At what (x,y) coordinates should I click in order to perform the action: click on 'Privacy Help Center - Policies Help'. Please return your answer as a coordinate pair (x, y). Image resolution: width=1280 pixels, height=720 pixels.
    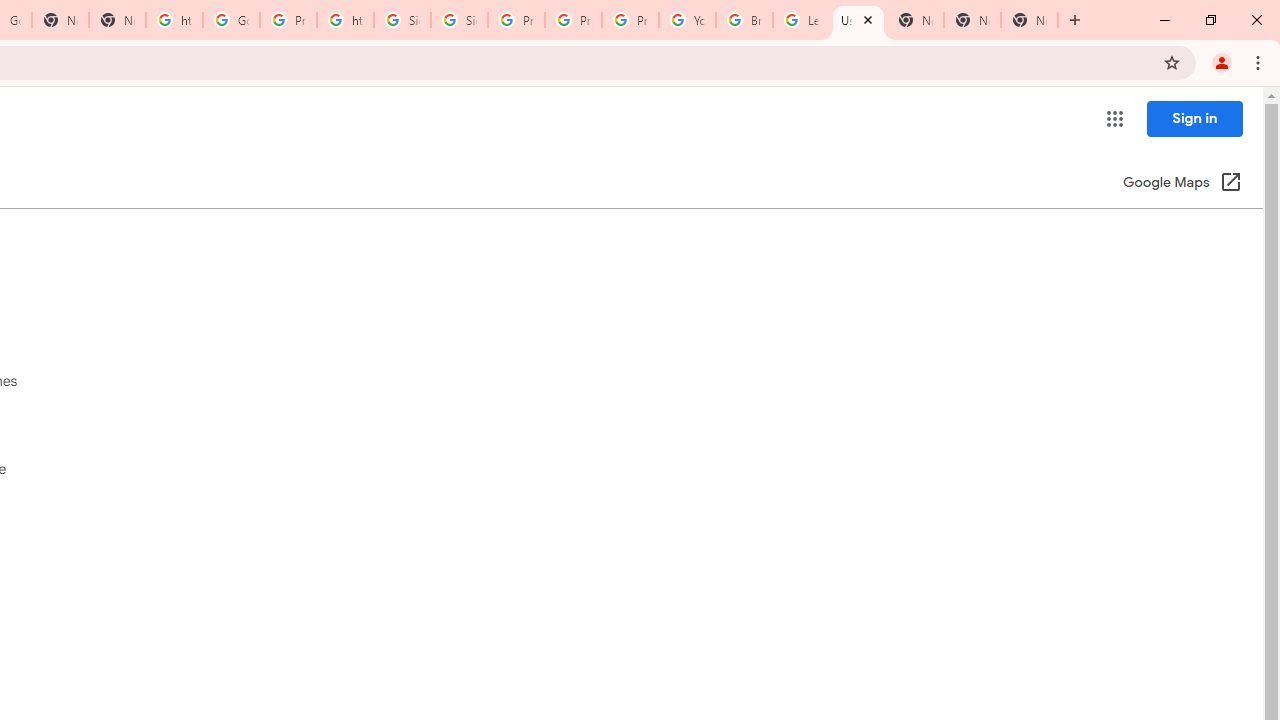
    Looking at the image, I should click on (516, 20).